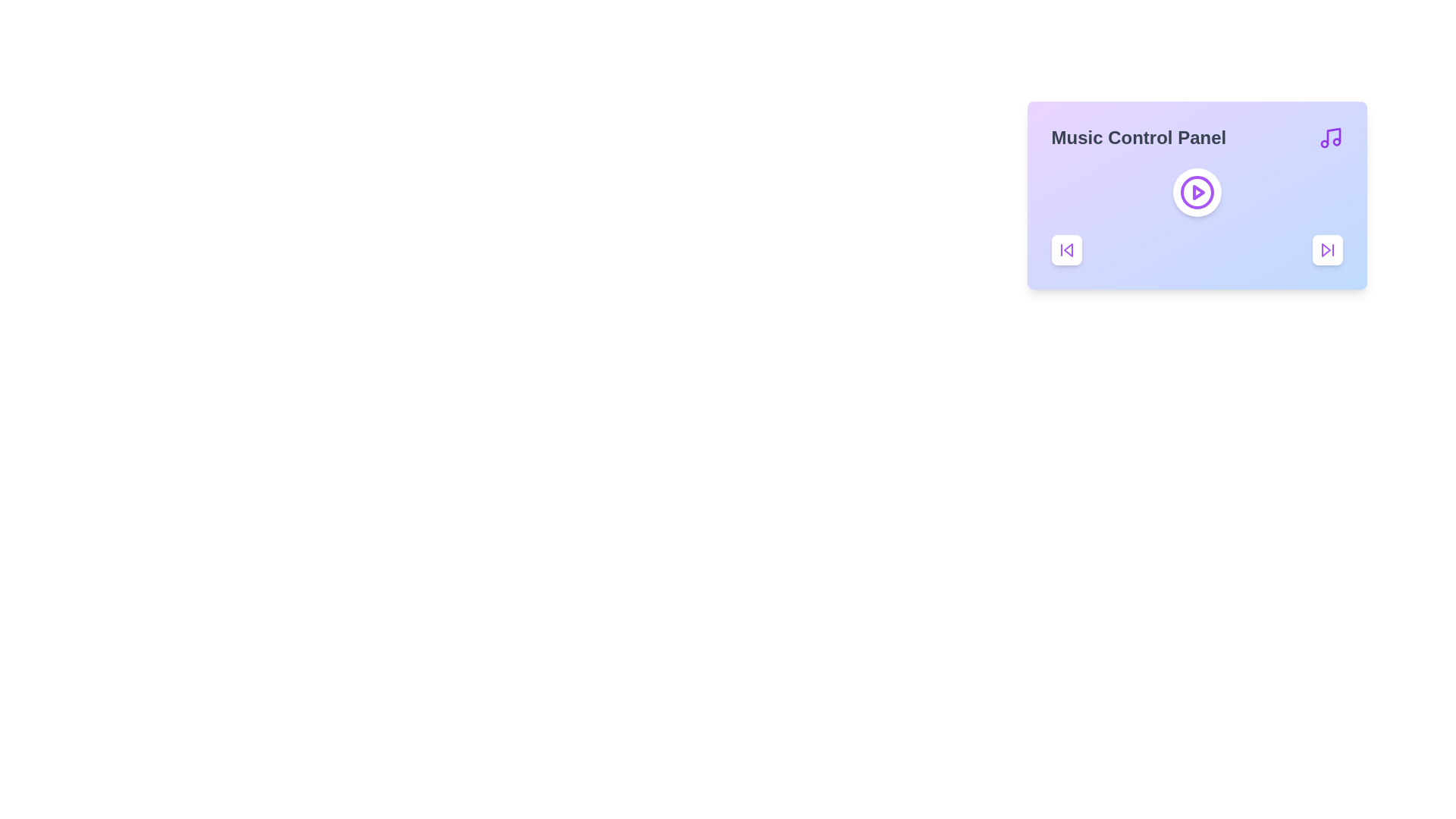 This screenshot has width=1456, height=819. Describe the element at coordinates (1326, 249) in the screenshot. I see `the skip-forward button with a purple outline and light white fill, located at the bottom-right corner of the music control panel to visually highlight it` at that location.